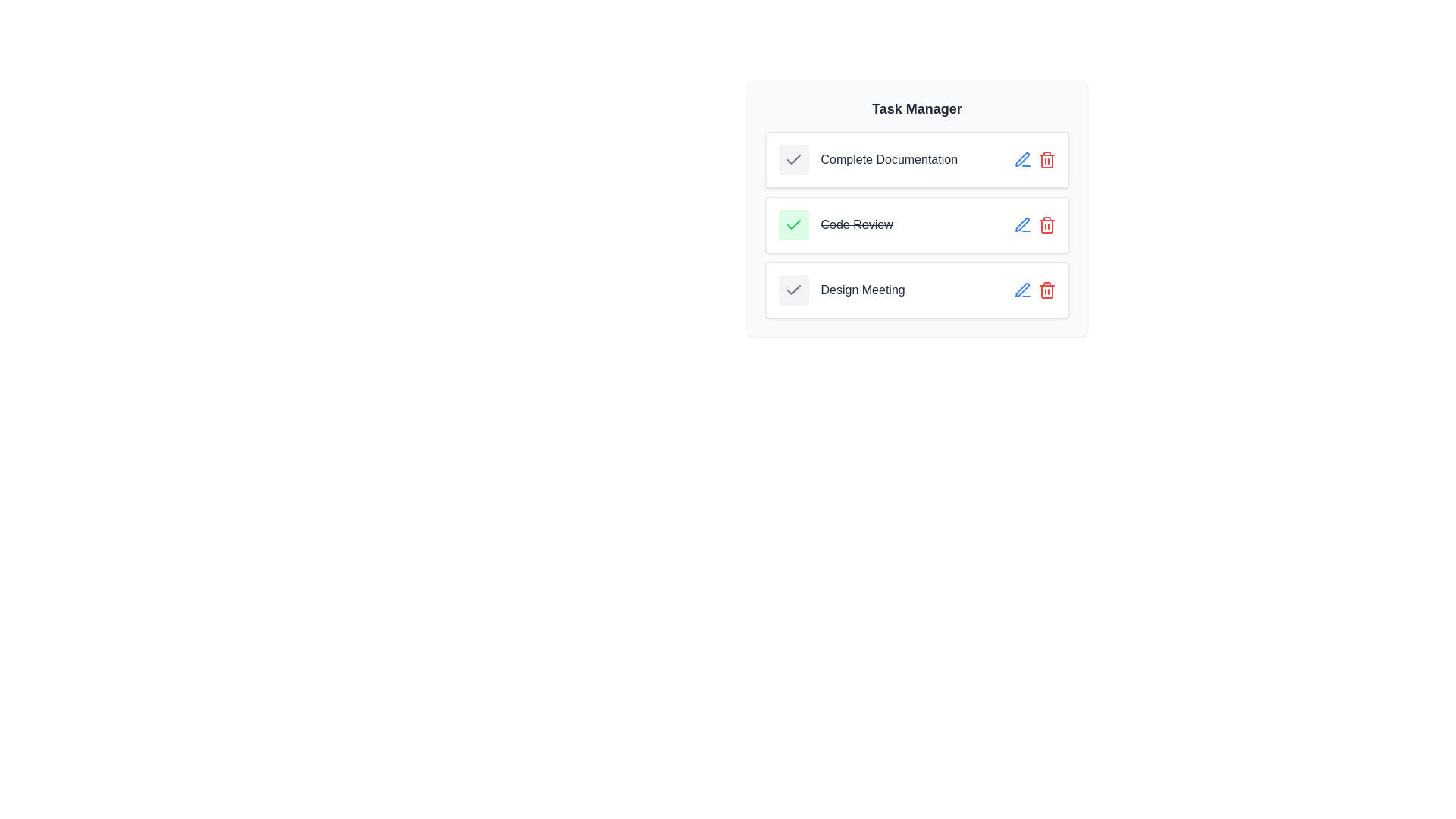 This screenshot has height=819, width=1456. What do you see at coordinates (888, 160) in the screenshot?
I see `the text of the static label displaying the title of the task, located on the first row of the task list between a checkmark icon and an edit icon` at bounding box center [888, 160].